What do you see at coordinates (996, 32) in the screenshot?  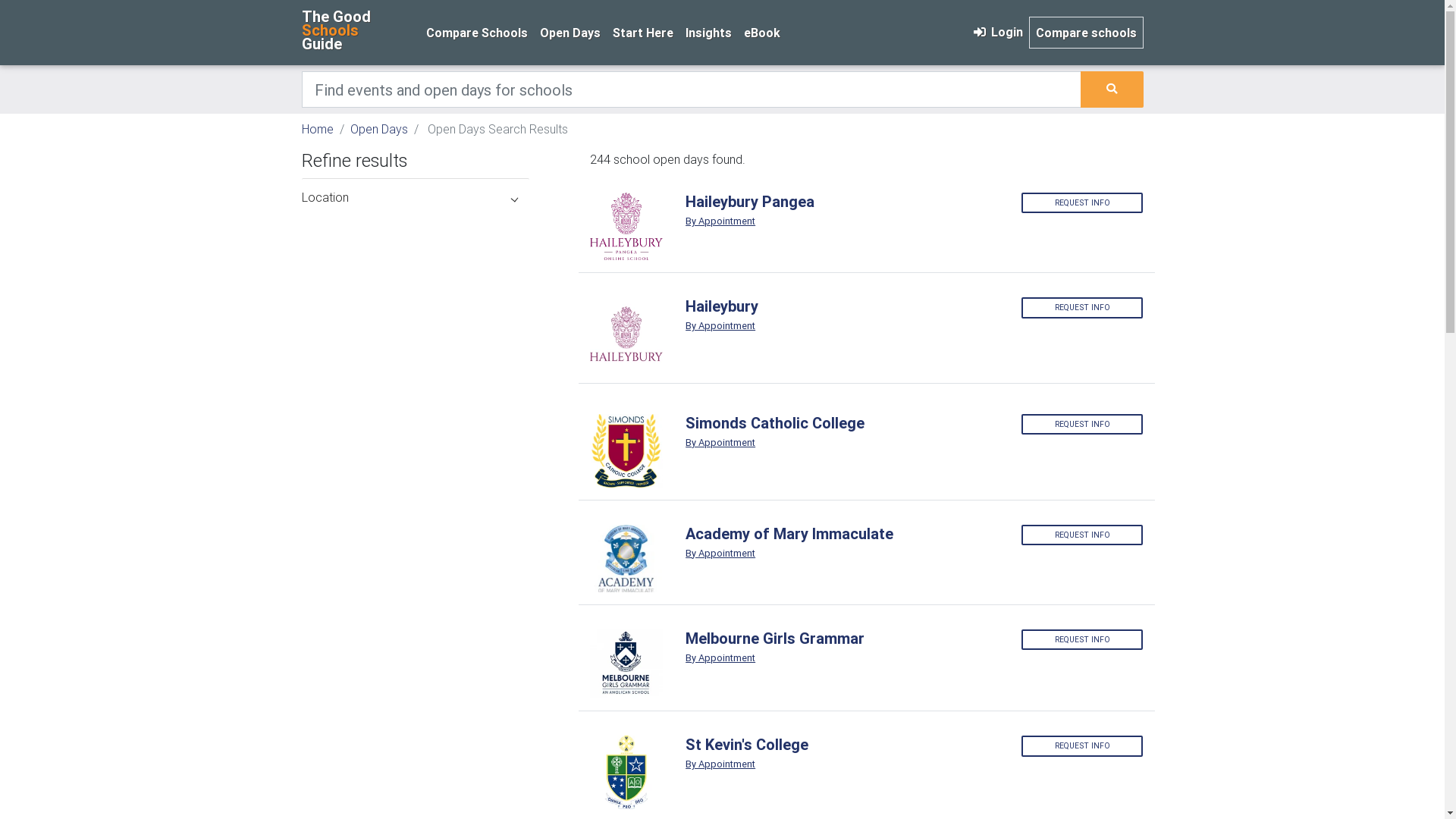 I see `'Login'` at bounding box center [996, 32].